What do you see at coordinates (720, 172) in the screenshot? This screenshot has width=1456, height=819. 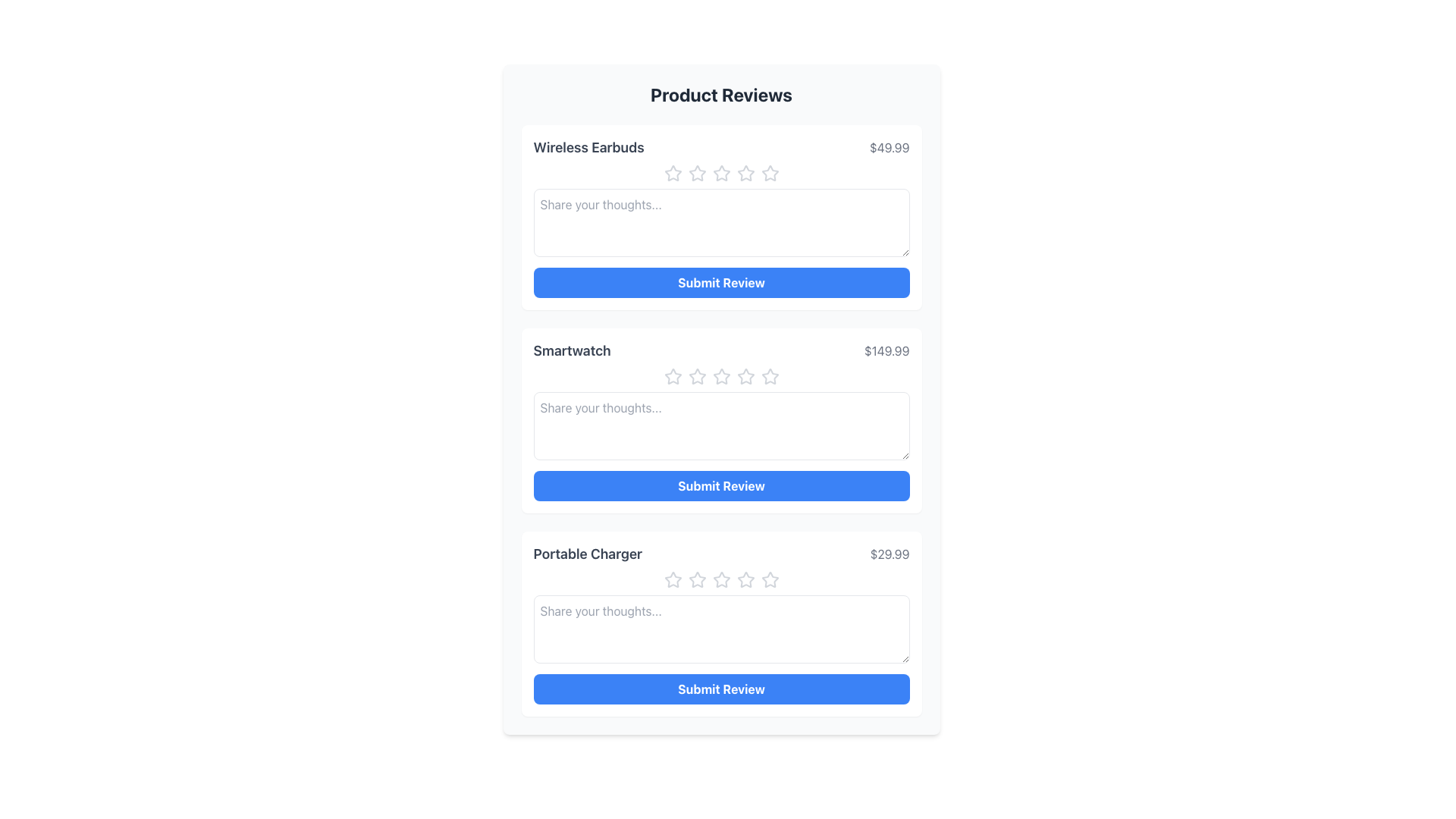 I see `the third star icon in the row of five stars under the title 'Wireless Earbuds'` at bounding box center [720, 172].